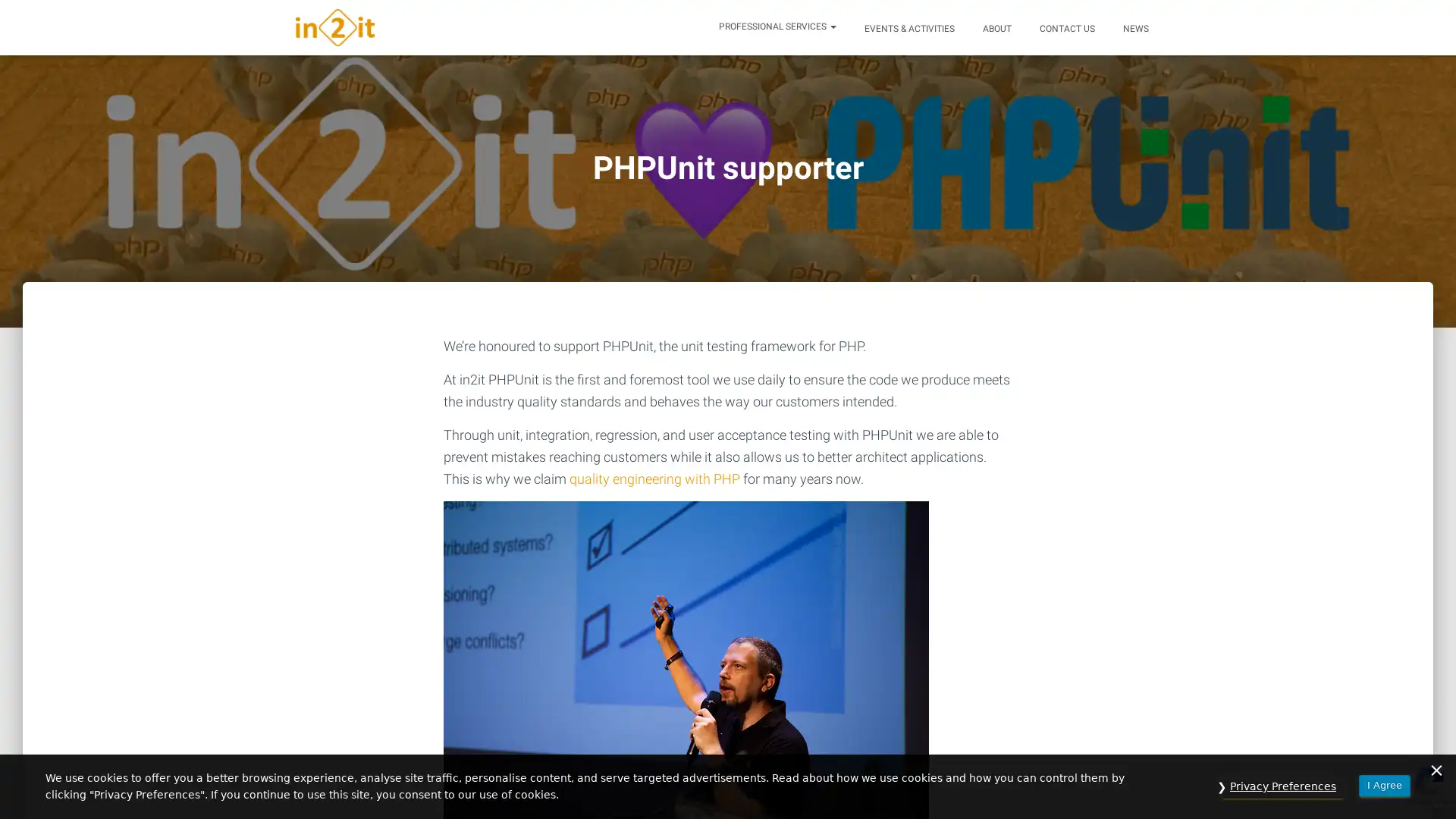  I want to click on Privacy Preferences, so click(1282, 785).